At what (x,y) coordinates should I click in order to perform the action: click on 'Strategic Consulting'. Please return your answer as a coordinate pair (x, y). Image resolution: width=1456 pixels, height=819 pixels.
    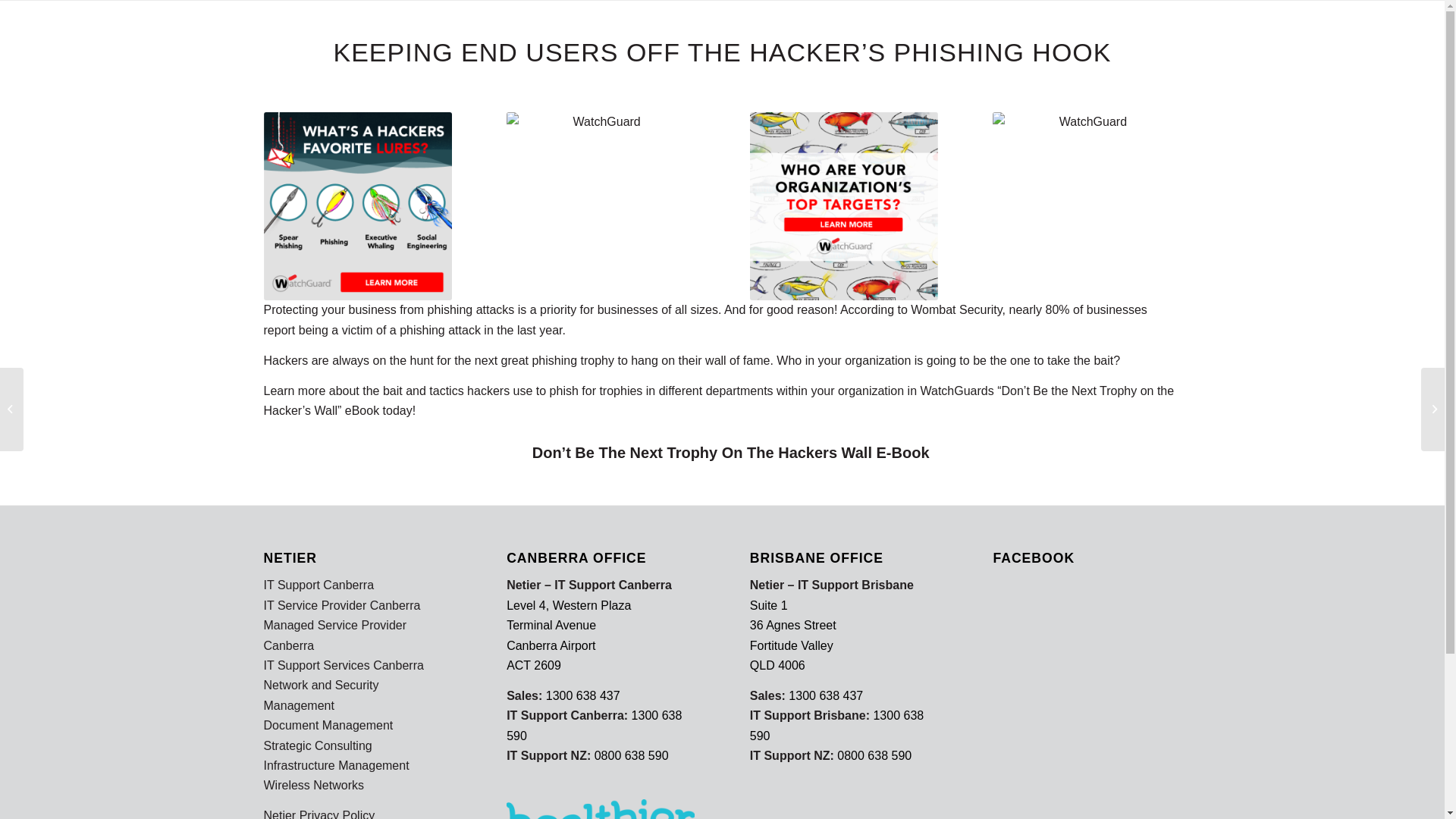
    Looking at the image, I should click on (317, 745).